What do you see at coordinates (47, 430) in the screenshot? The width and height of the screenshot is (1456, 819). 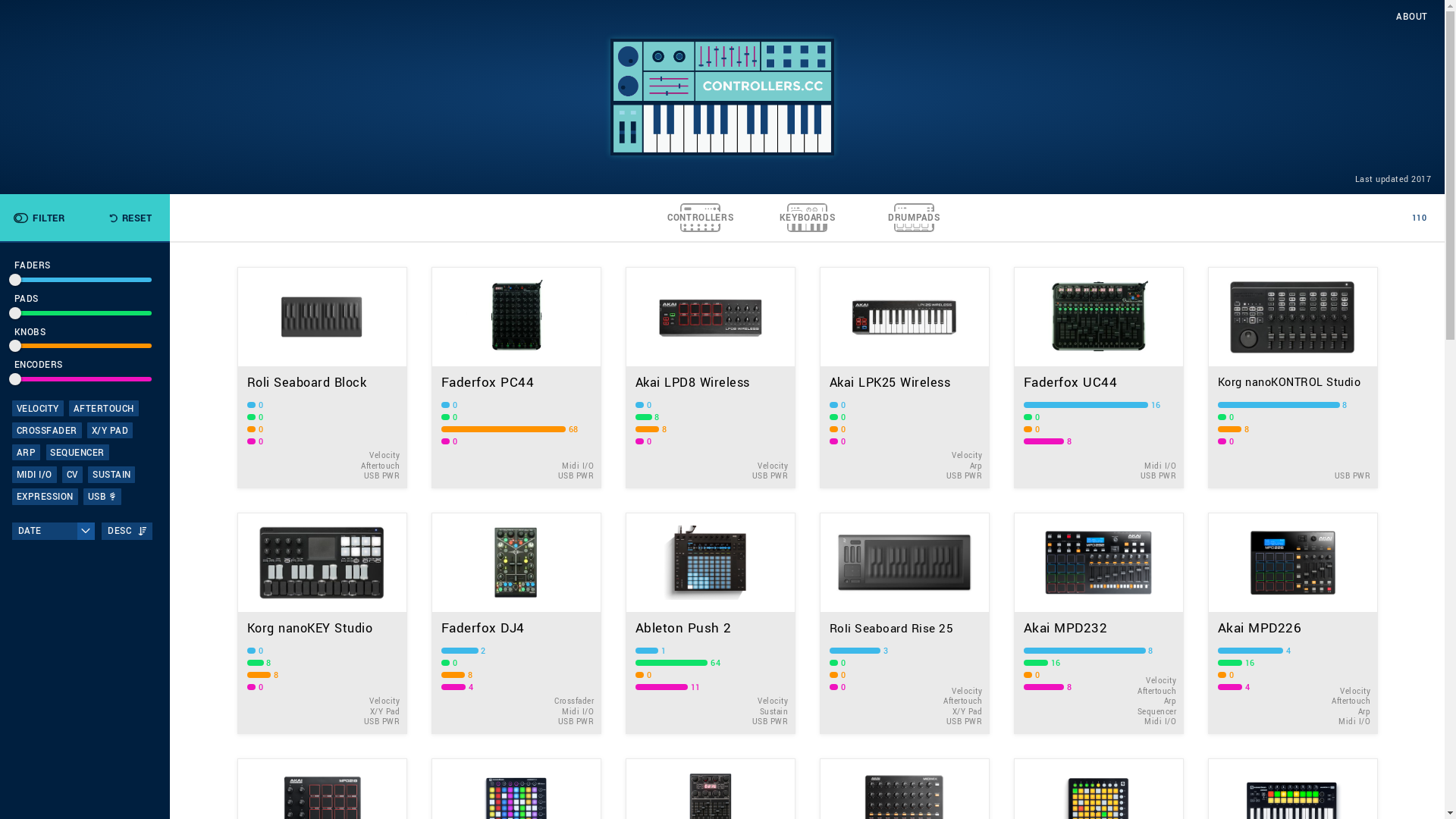 I see `'CROSSFADER'` at bounding box center [47, 430].